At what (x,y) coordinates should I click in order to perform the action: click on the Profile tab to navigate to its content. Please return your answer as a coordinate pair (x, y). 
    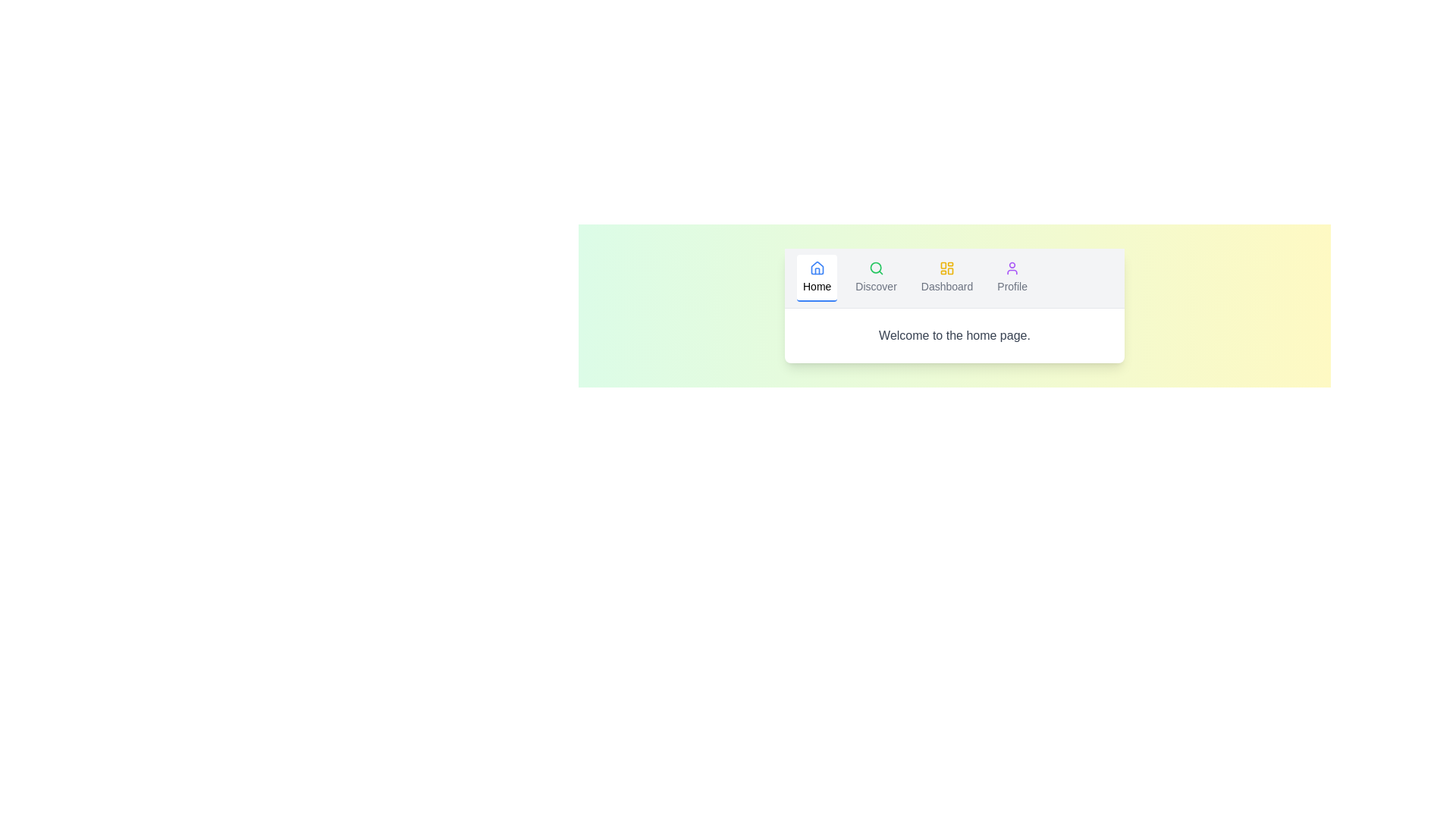
    Looking at the image, I should click on (1012, 278).